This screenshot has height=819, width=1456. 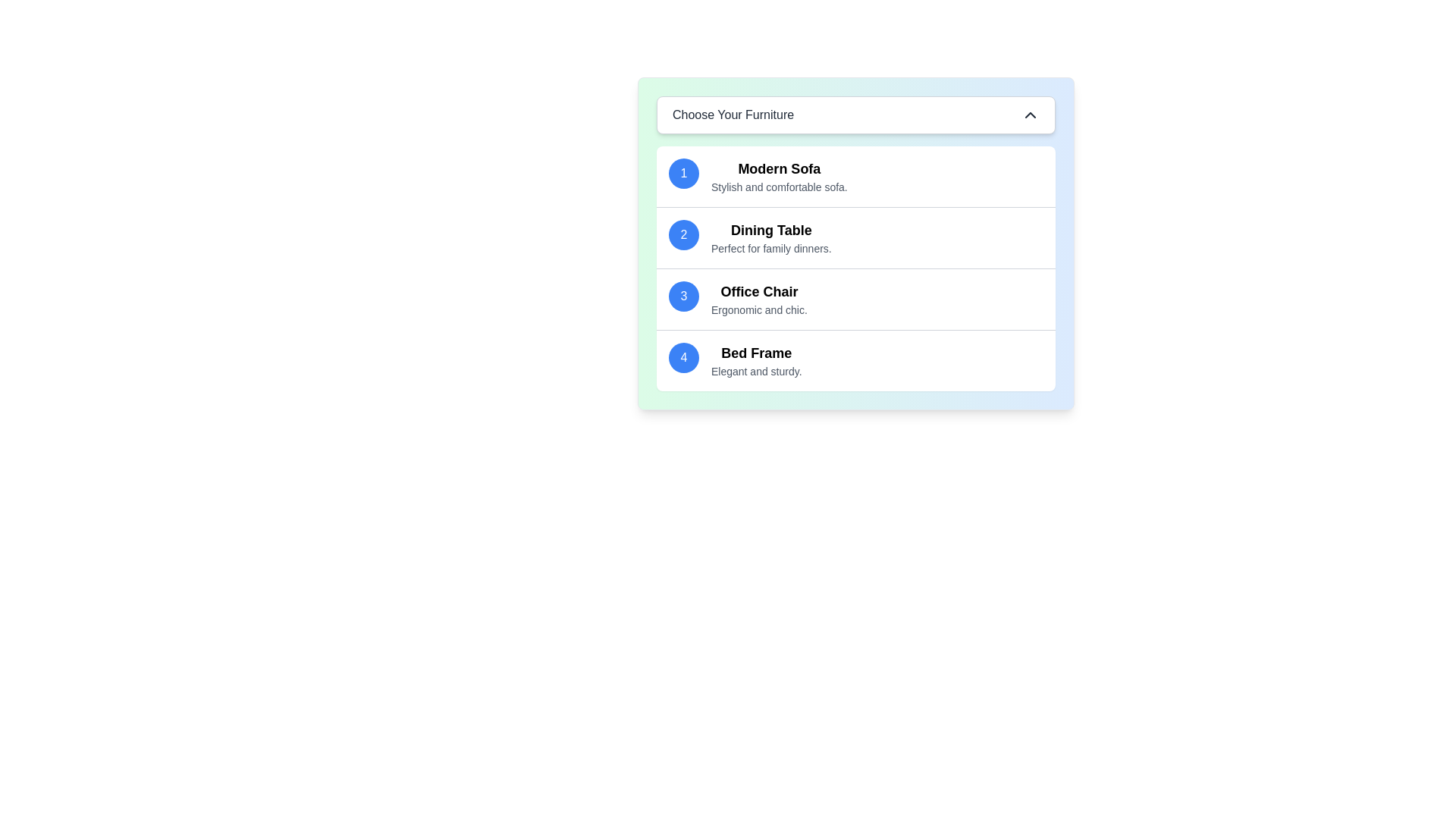 I want to click on the Text Label providing information about the 'Office Chair', located below the heading in the third list item of the furniture options, so click(x=759, y=309).